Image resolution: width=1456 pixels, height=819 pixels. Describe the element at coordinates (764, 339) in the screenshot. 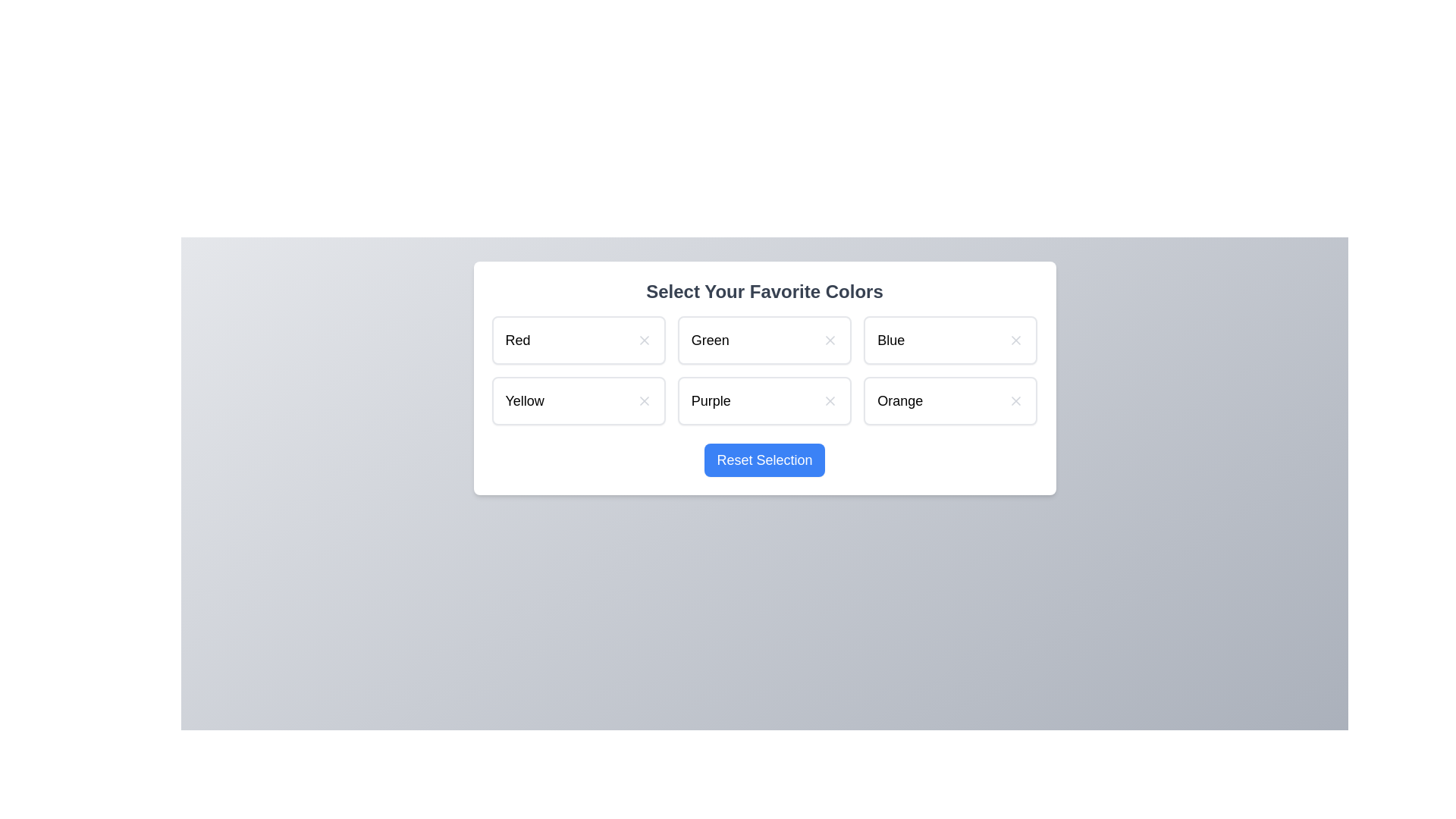

I see `the color Green` at that location.